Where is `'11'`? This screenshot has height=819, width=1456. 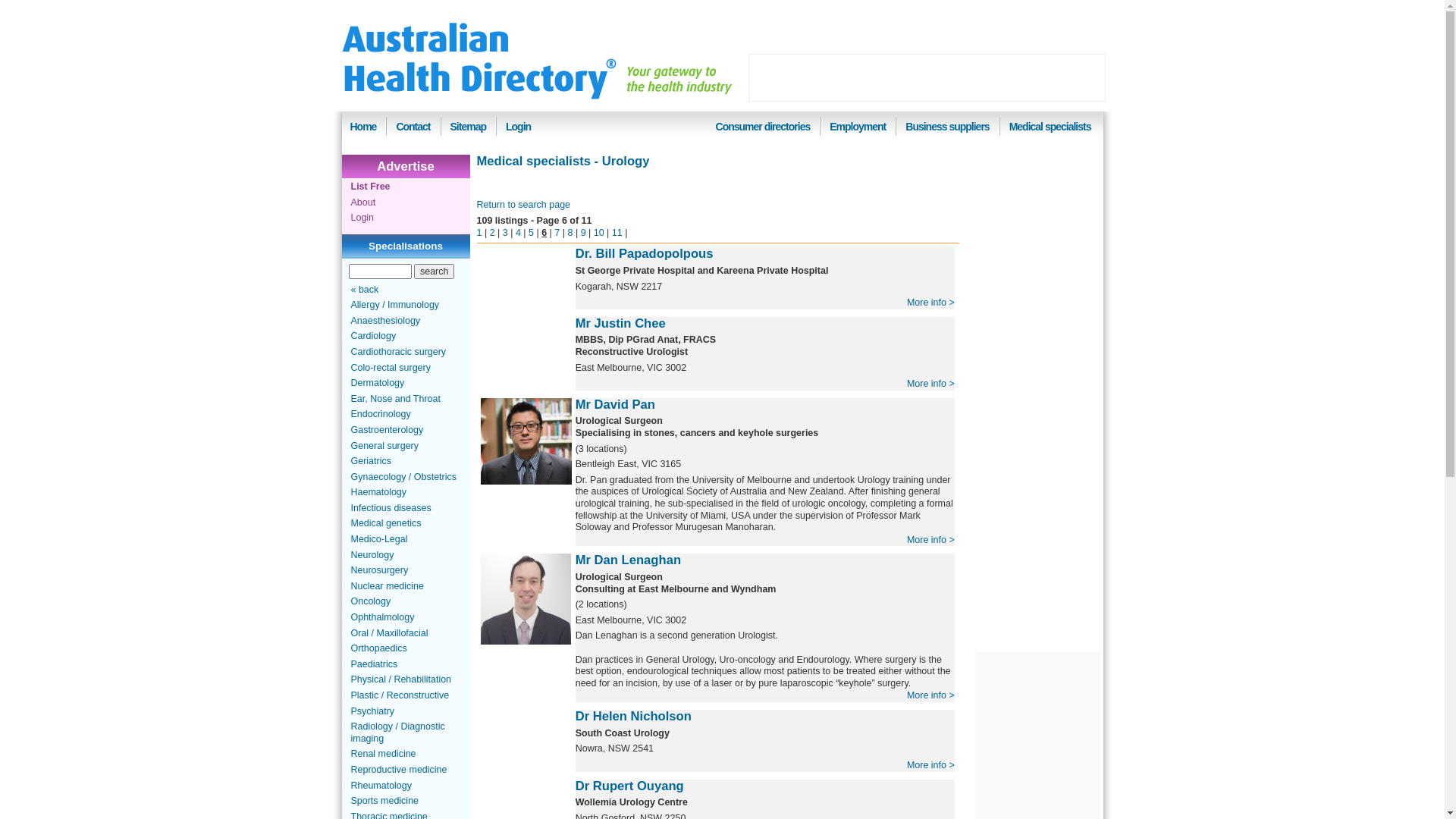 '11' is located at coordinates (617, 233).